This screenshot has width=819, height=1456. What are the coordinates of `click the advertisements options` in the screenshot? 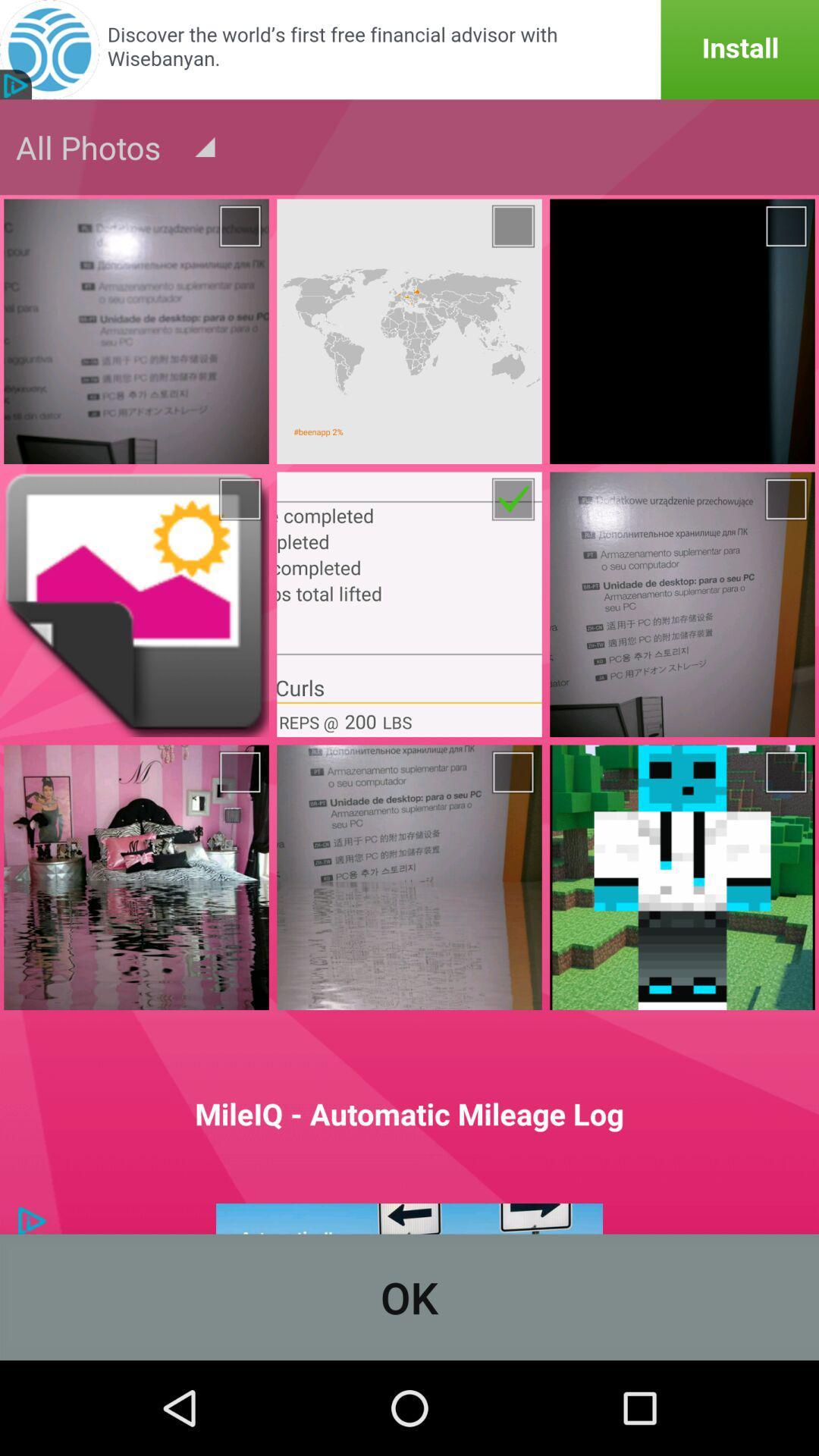 It's located at (409, 1219).